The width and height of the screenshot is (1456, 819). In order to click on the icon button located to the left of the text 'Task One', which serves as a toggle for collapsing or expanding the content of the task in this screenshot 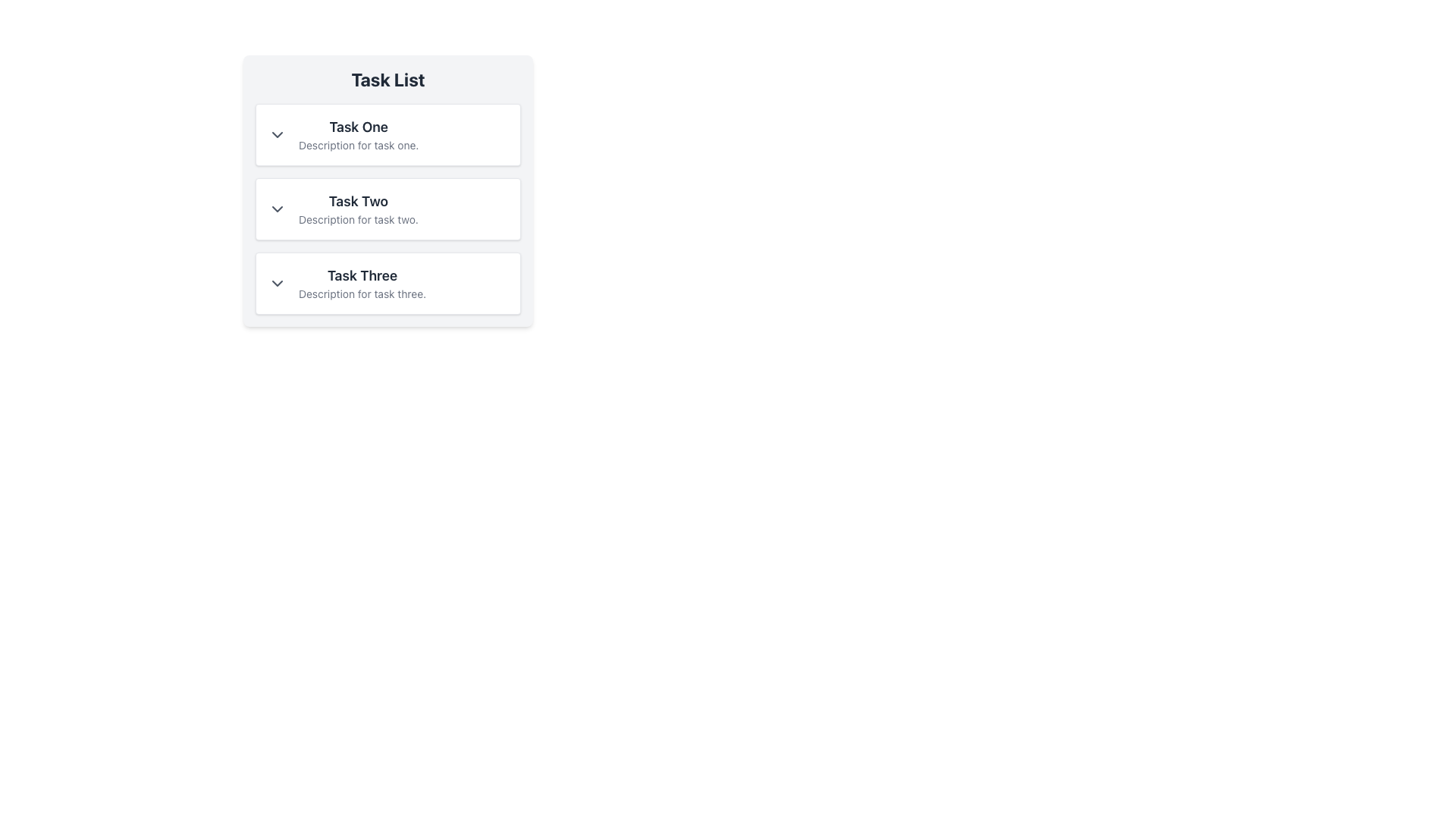, I will do `click(277, 133)`.